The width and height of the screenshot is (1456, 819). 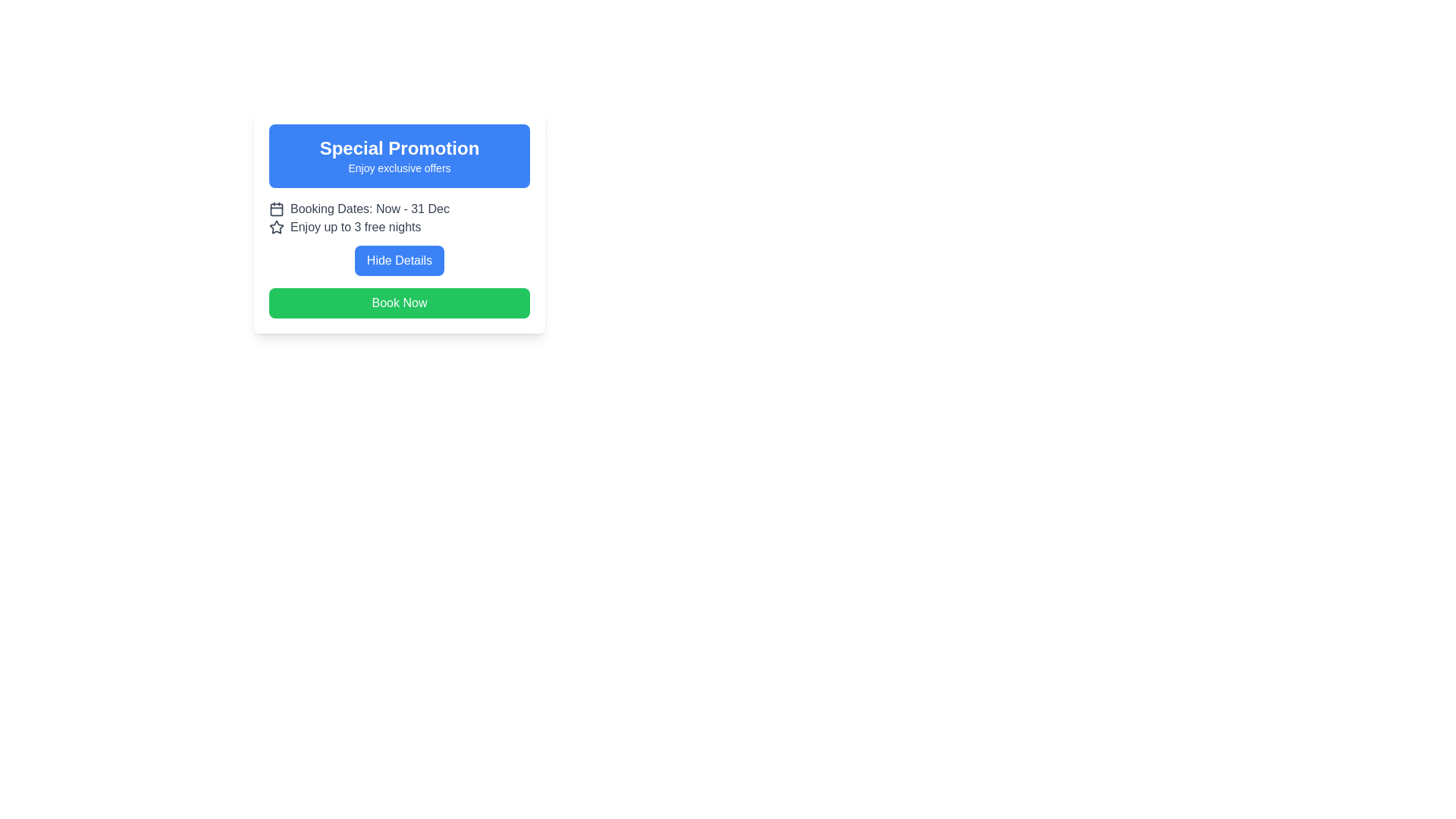 I want to click on the promotional Text label that conveys an offer for up to three free nights, located horizontally next to a star icon, below the 'Booking Dates: Now - 31 Dec' text and above the 'Hide Details' button, so click(x=355, y=227).